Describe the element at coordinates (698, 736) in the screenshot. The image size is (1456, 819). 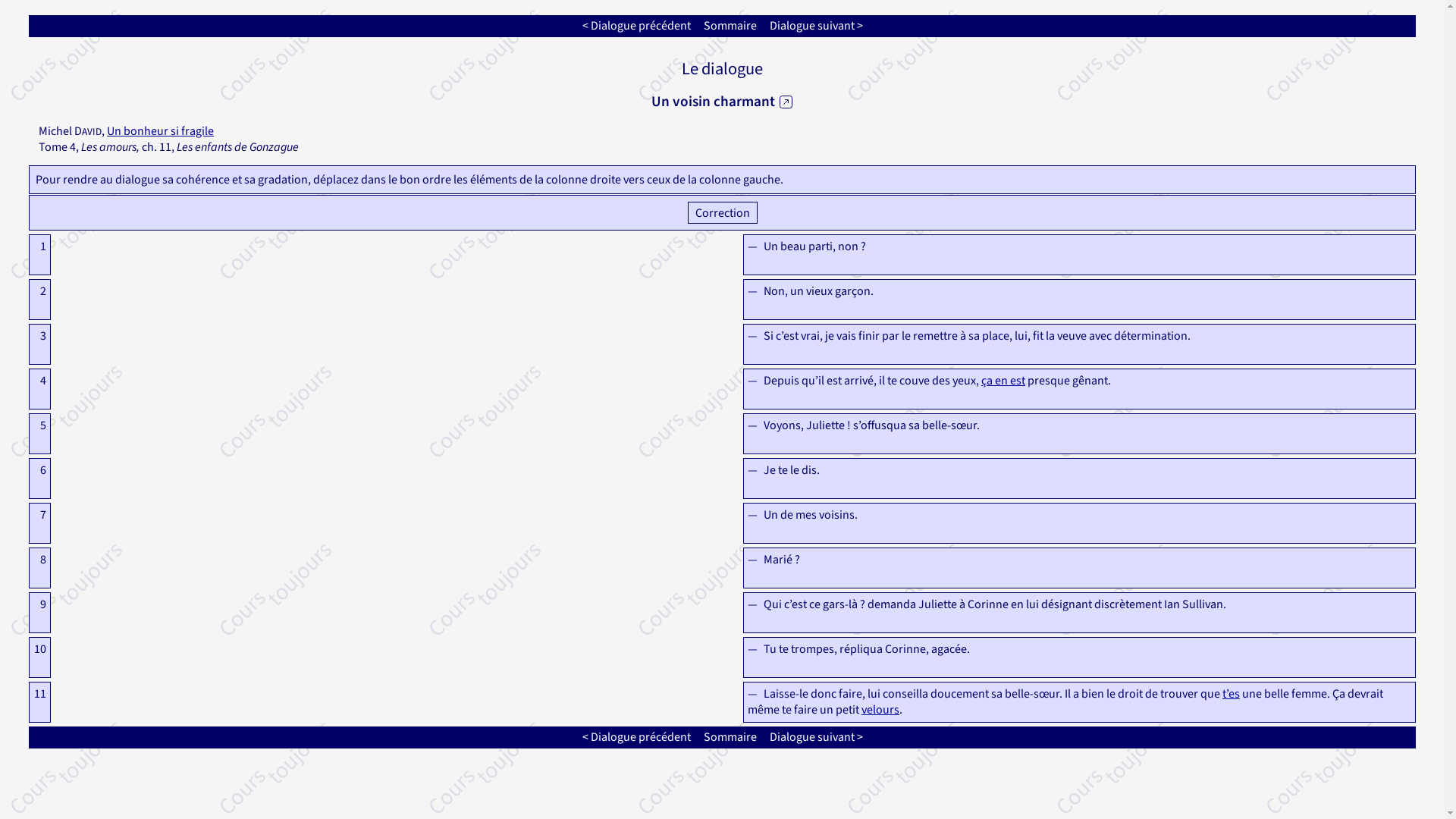
I see `'Sommaire'` at that location.